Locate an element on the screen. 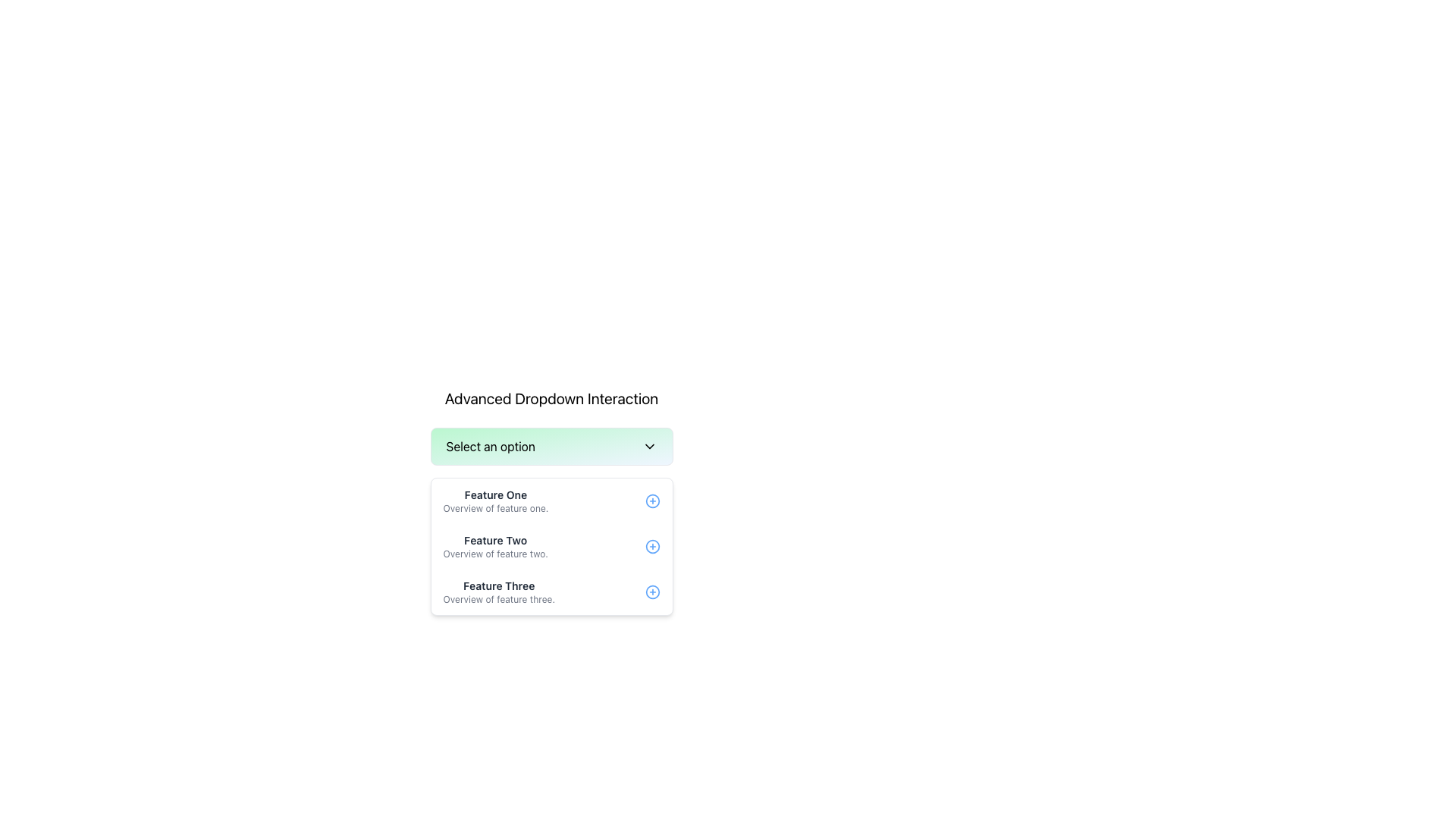  to select the list item titled 'Feature Three' which has a bold title and a descriptive subtitle, located as the third item in the vertical list is located at coordinates (551, 591).